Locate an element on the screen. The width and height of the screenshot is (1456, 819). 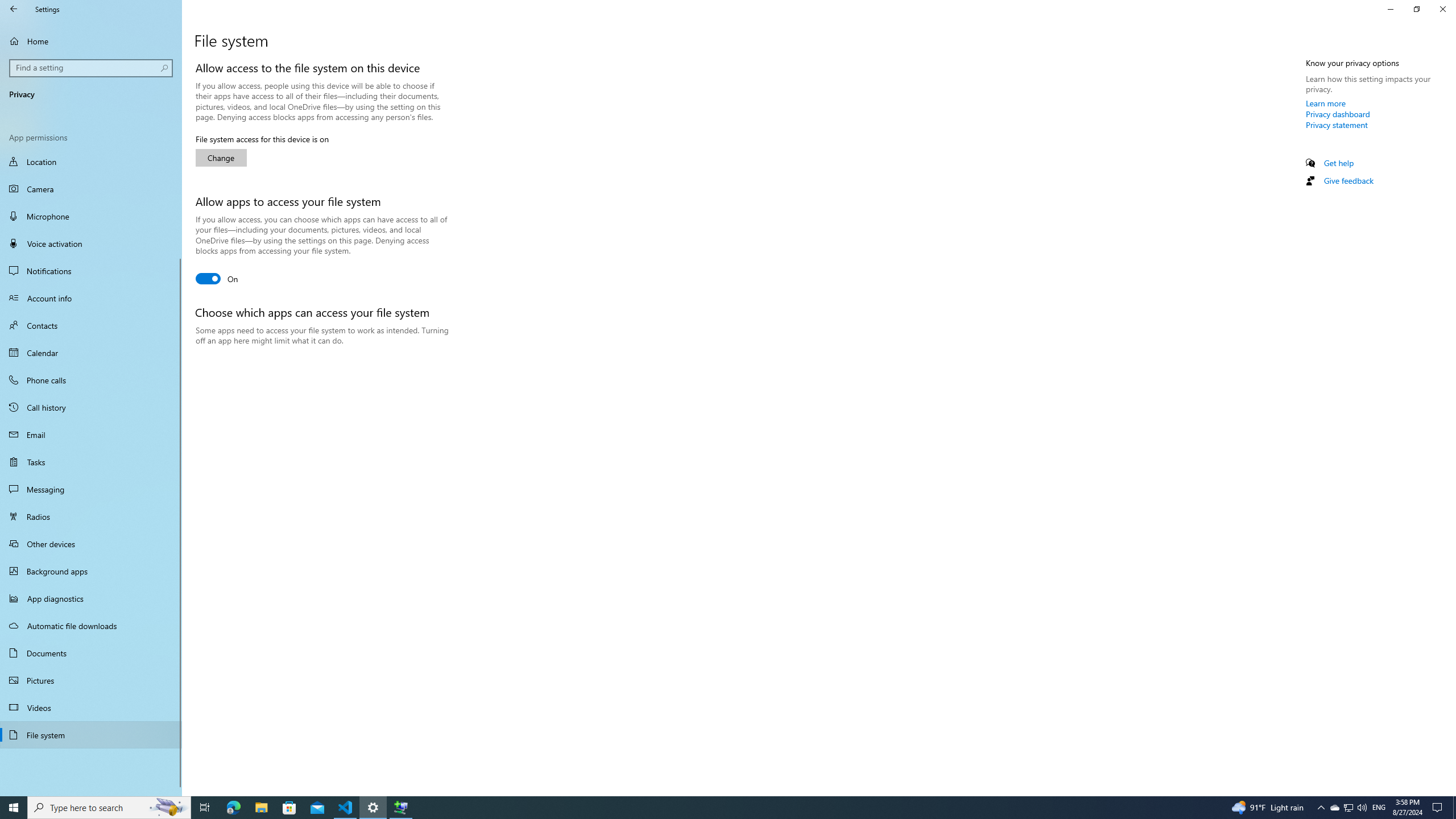
'Radios' is located at coordinates (90, 516).